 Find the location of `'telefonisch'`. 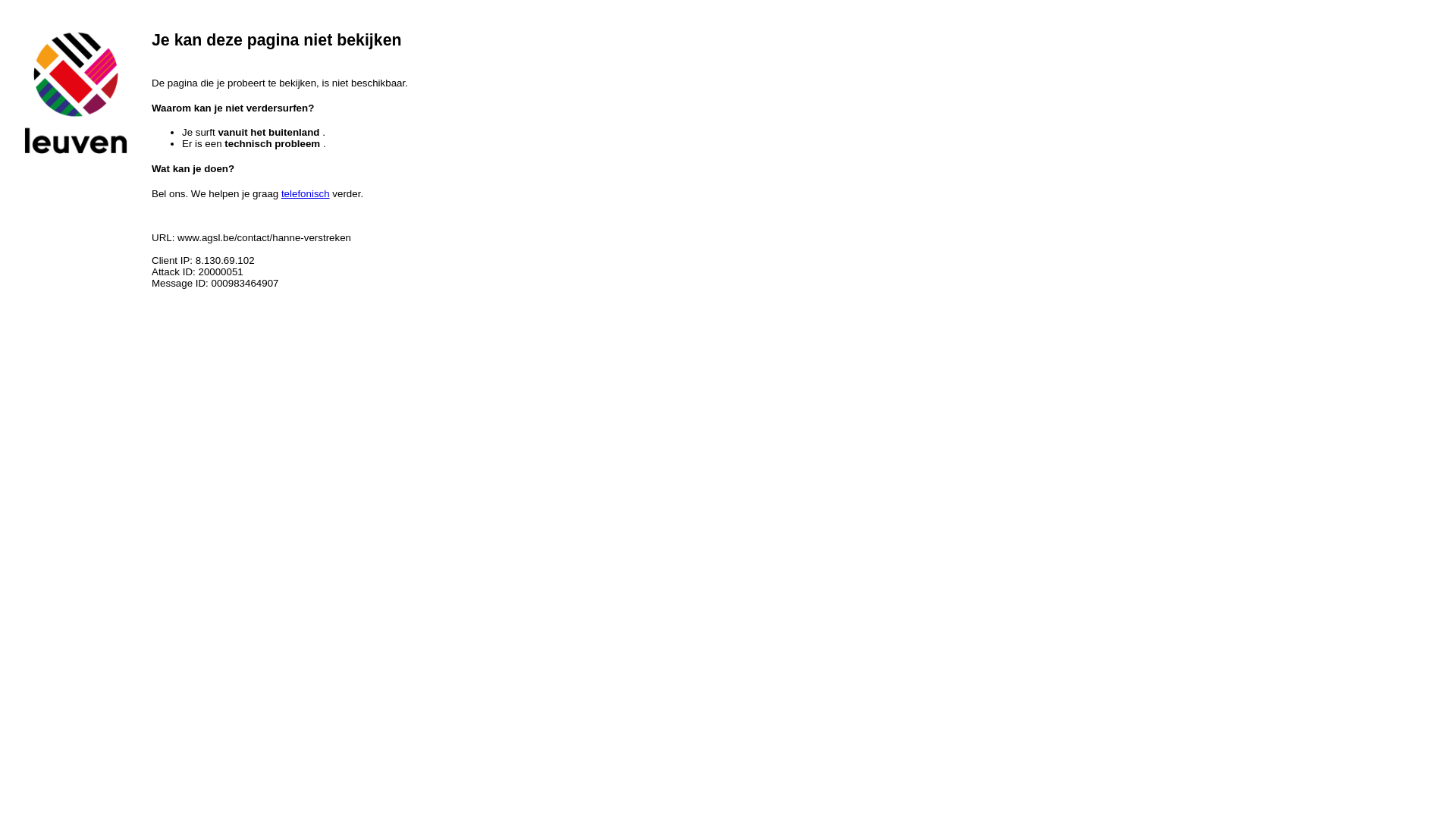

'telefonisch' is located at coordinates (305, 193).